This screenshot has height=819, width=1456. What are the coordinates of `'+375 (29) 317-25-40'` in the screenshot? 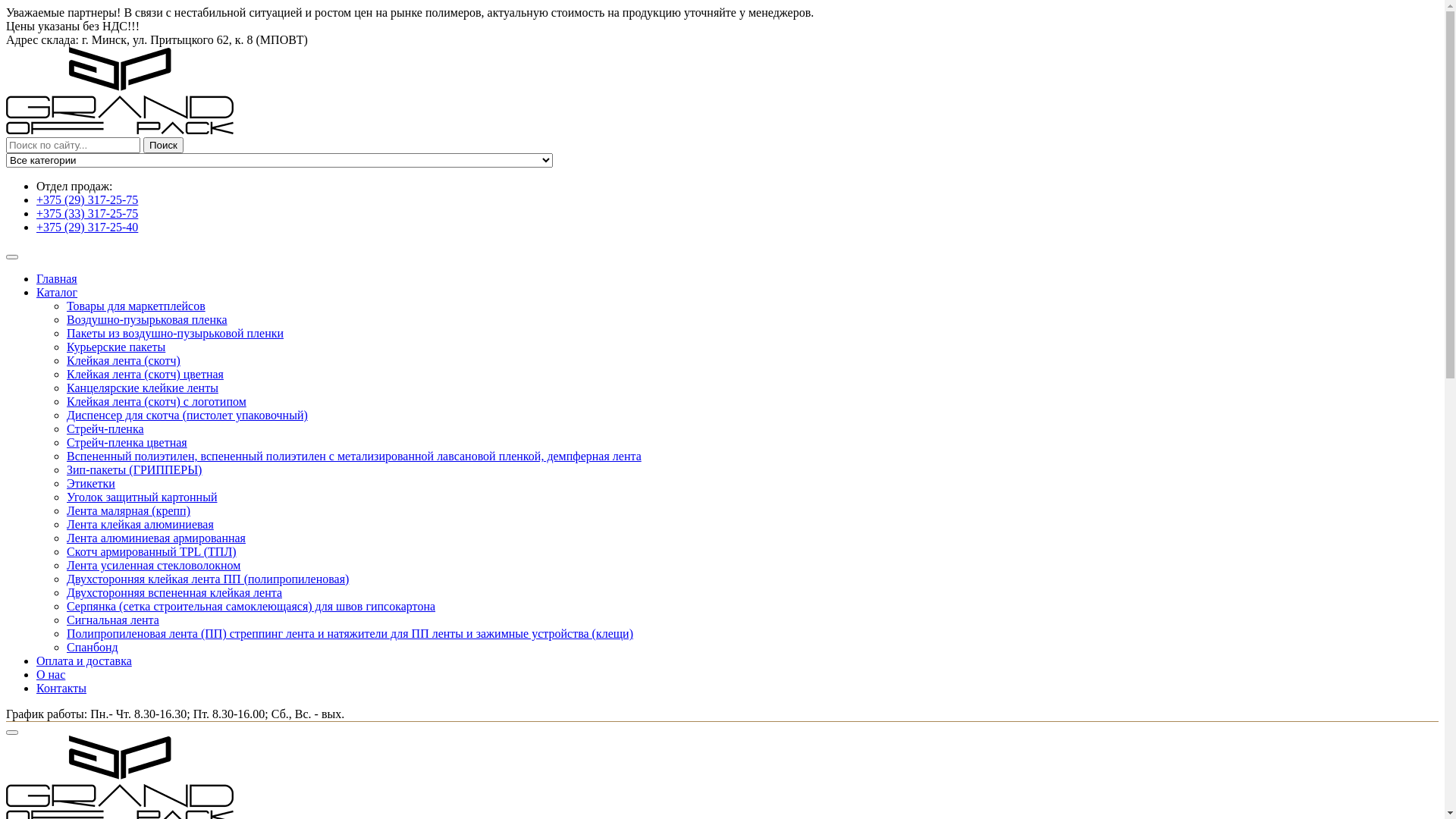 It's located at (86, 227).